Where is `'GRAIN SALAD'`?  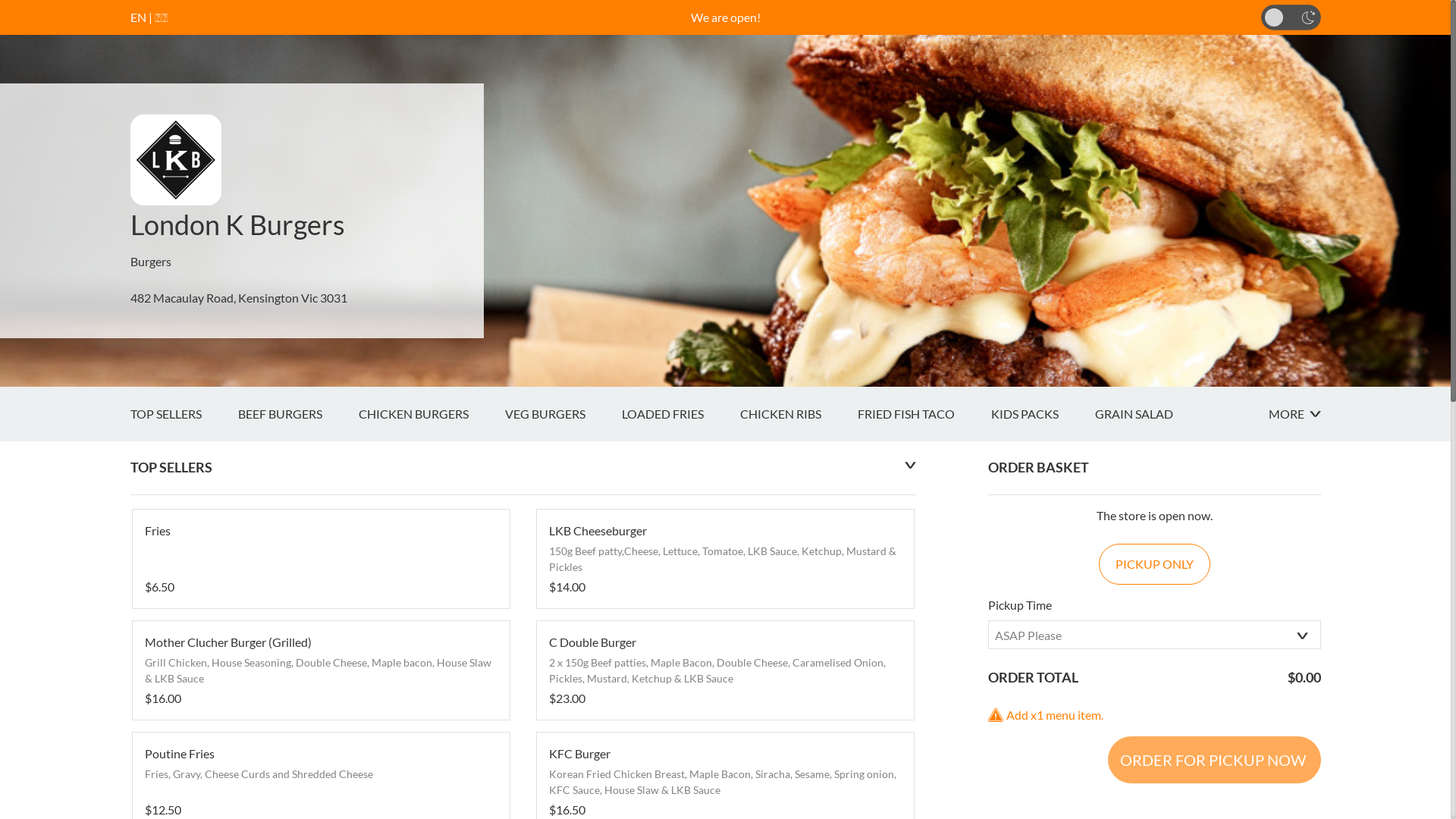 'GRAIN SALAD' is located at coordinates (1152, 414).